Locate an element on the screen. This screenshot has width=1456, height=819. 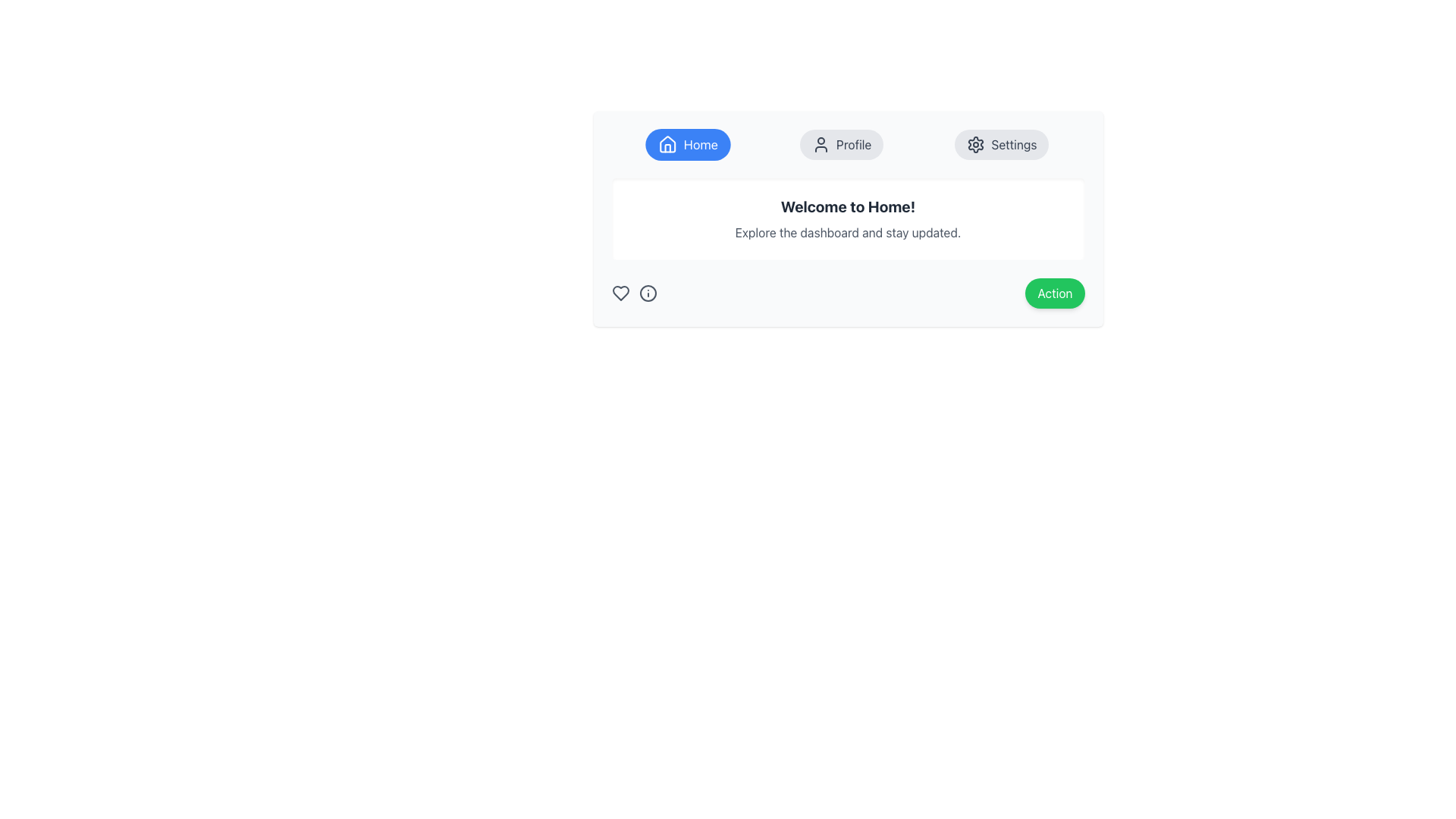
the heart-shaped icon outlined in dark color, which is the first symbol in a horizontal group of icons at the bottom-left corner of a white card interface is located at coordinates (620, 293).